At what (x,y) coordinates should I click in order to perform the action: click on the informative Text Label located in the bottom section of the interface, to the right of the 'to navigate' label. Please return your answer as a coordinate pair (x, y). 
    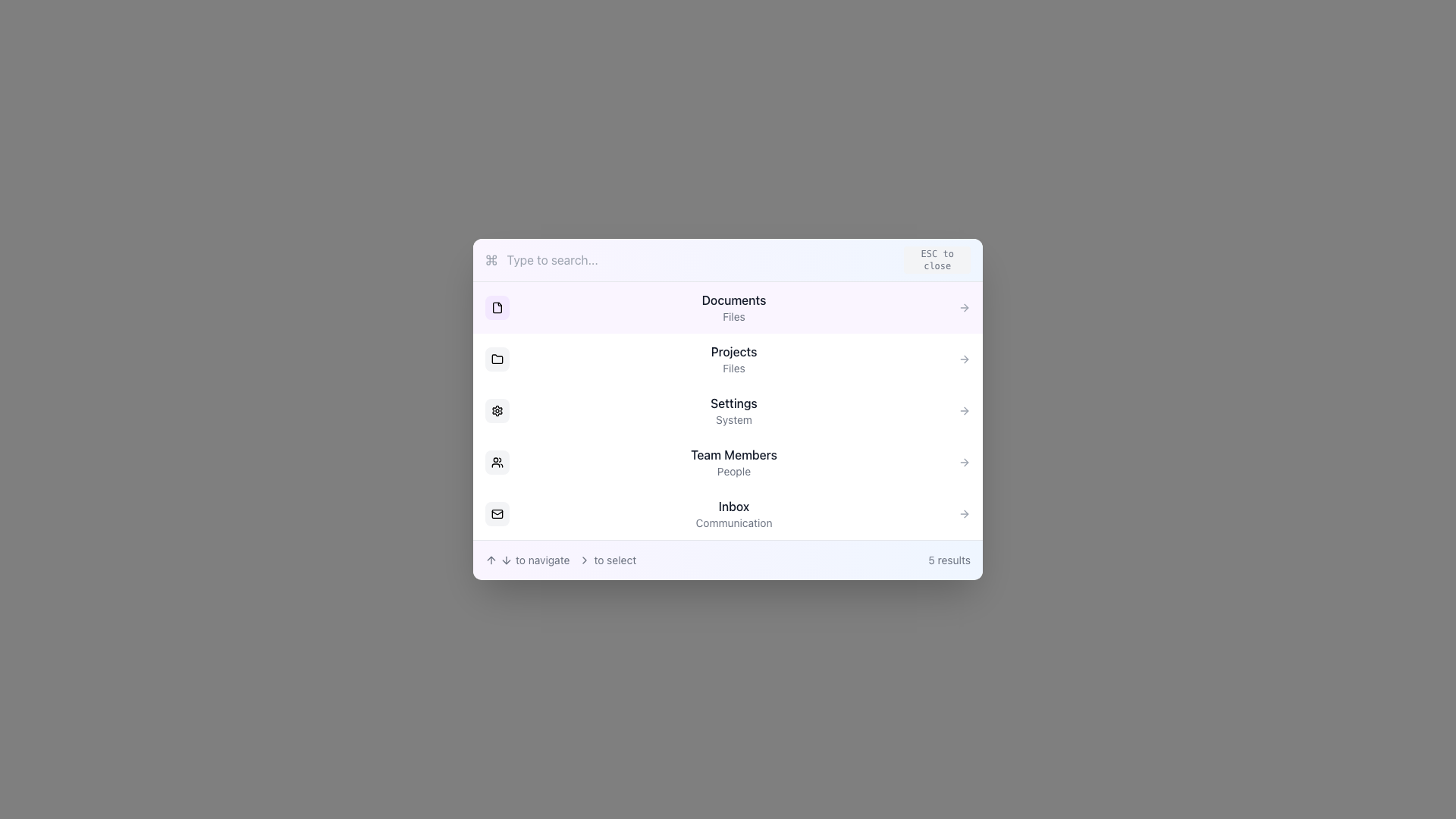
    Looking at the image, I should click on (607, 560).